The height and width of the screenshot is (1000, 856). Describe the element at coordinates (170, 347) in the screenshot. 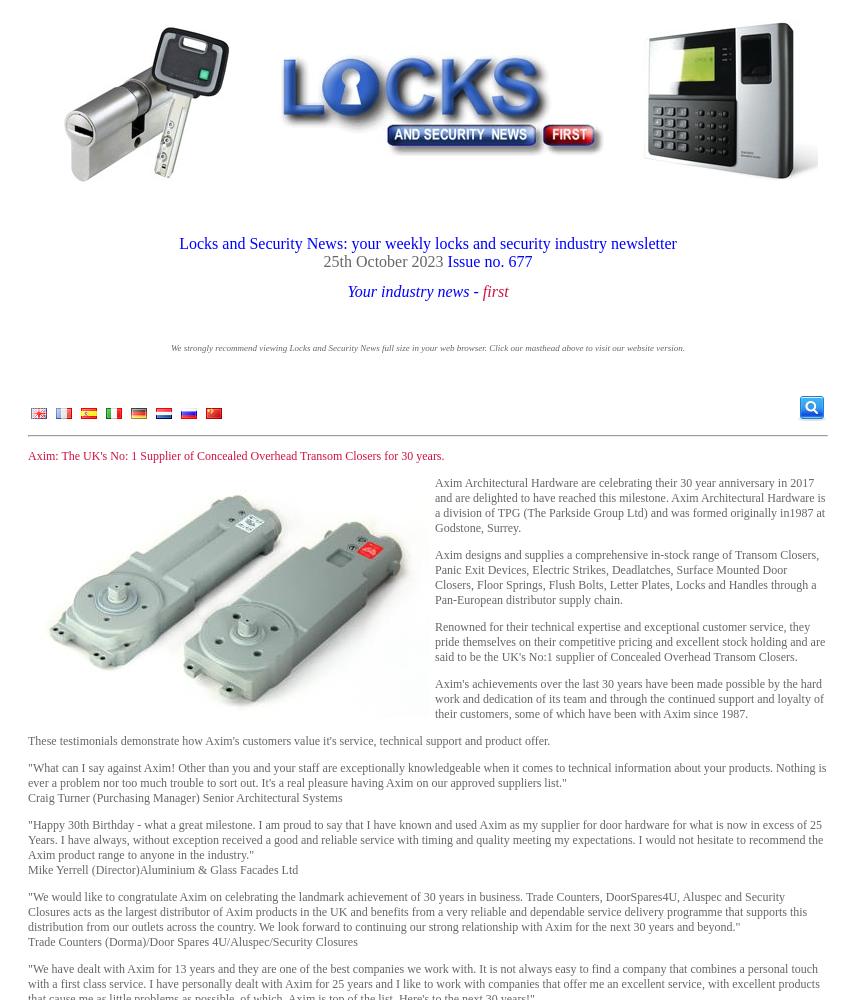

I see `'We strongly recommend viewing Locks and Security News full size in your web browser. Click our masthead above to visit our website version.'` at that location.